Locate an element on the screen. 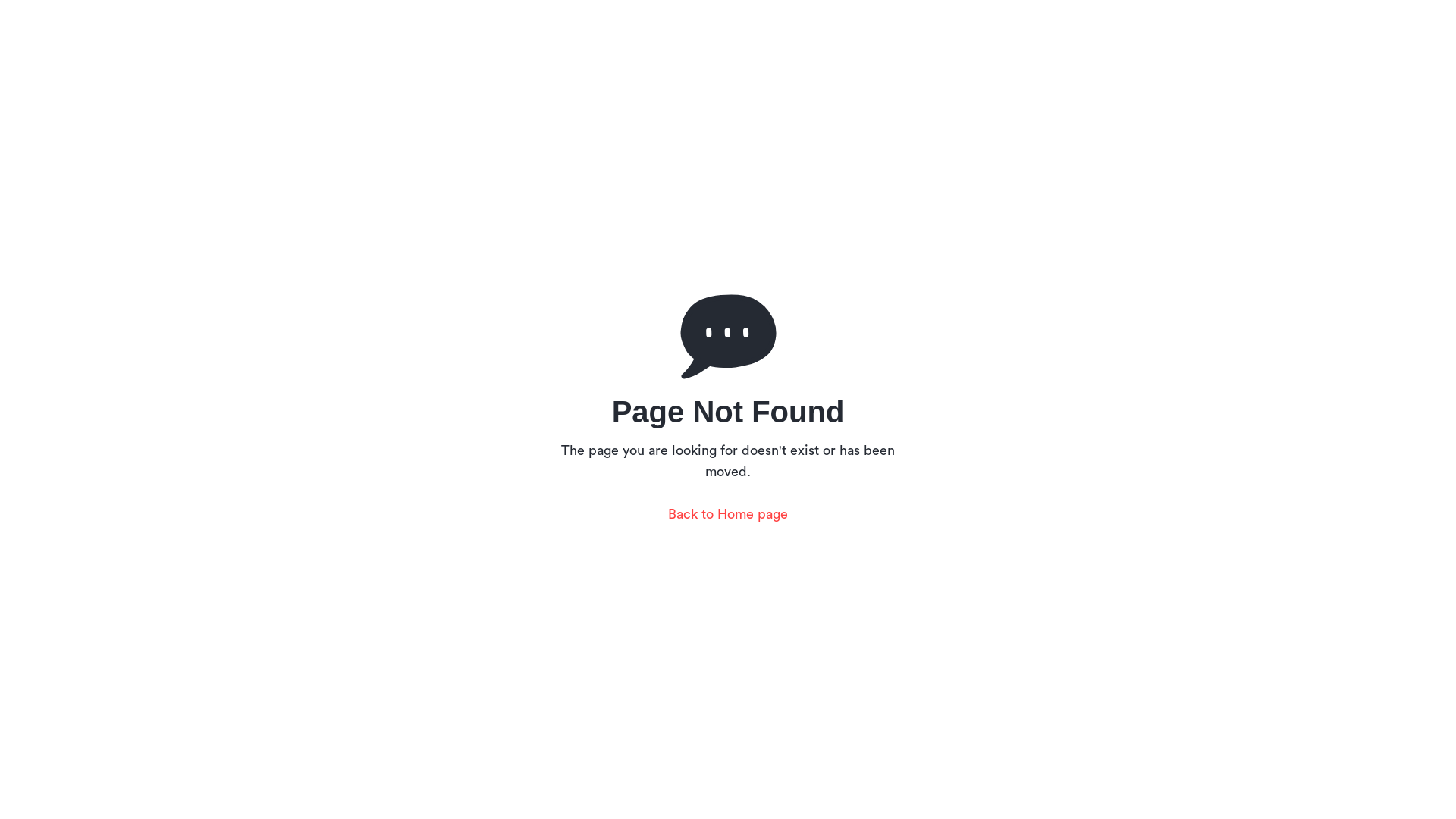 Image resolution: width=1456 pixels, height=819 pixels. 'Back to Home page' is located at coordinates (728, 513).